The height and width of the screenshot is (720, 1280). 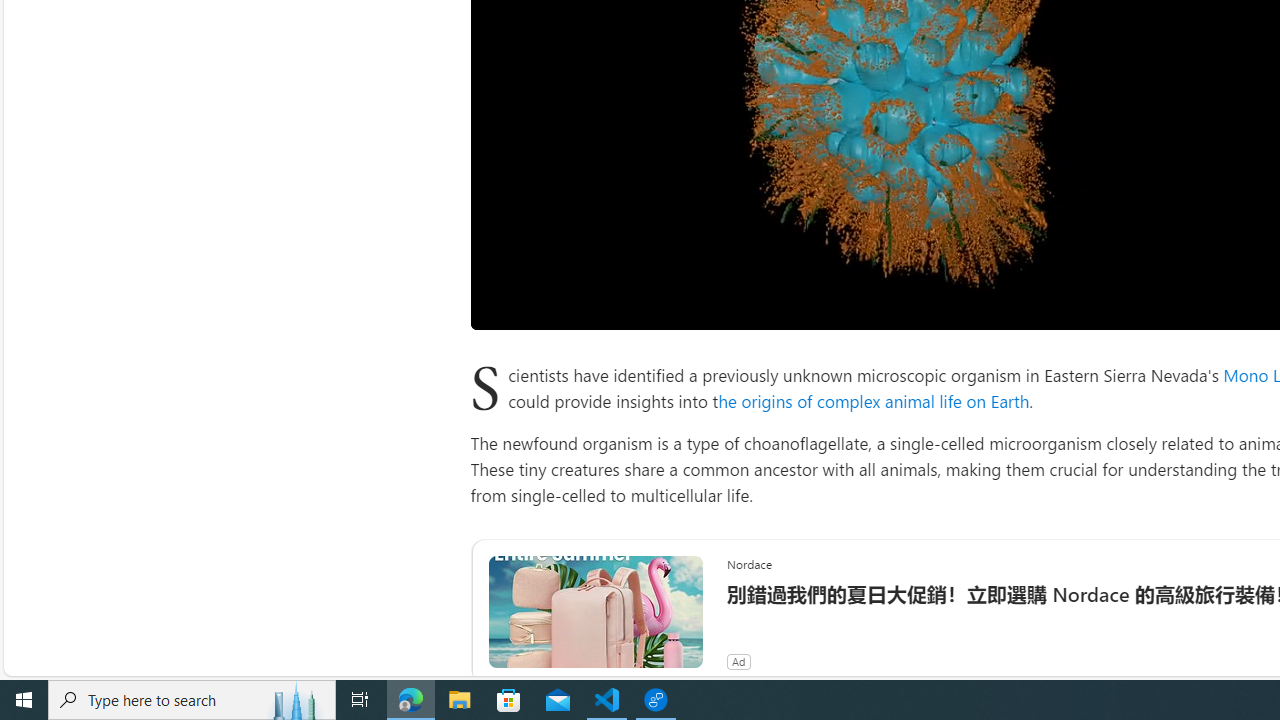 What do you see at coordinates (737, 661) in the screenshot?
I see `'Ad'` at bounding box center [737, 661].